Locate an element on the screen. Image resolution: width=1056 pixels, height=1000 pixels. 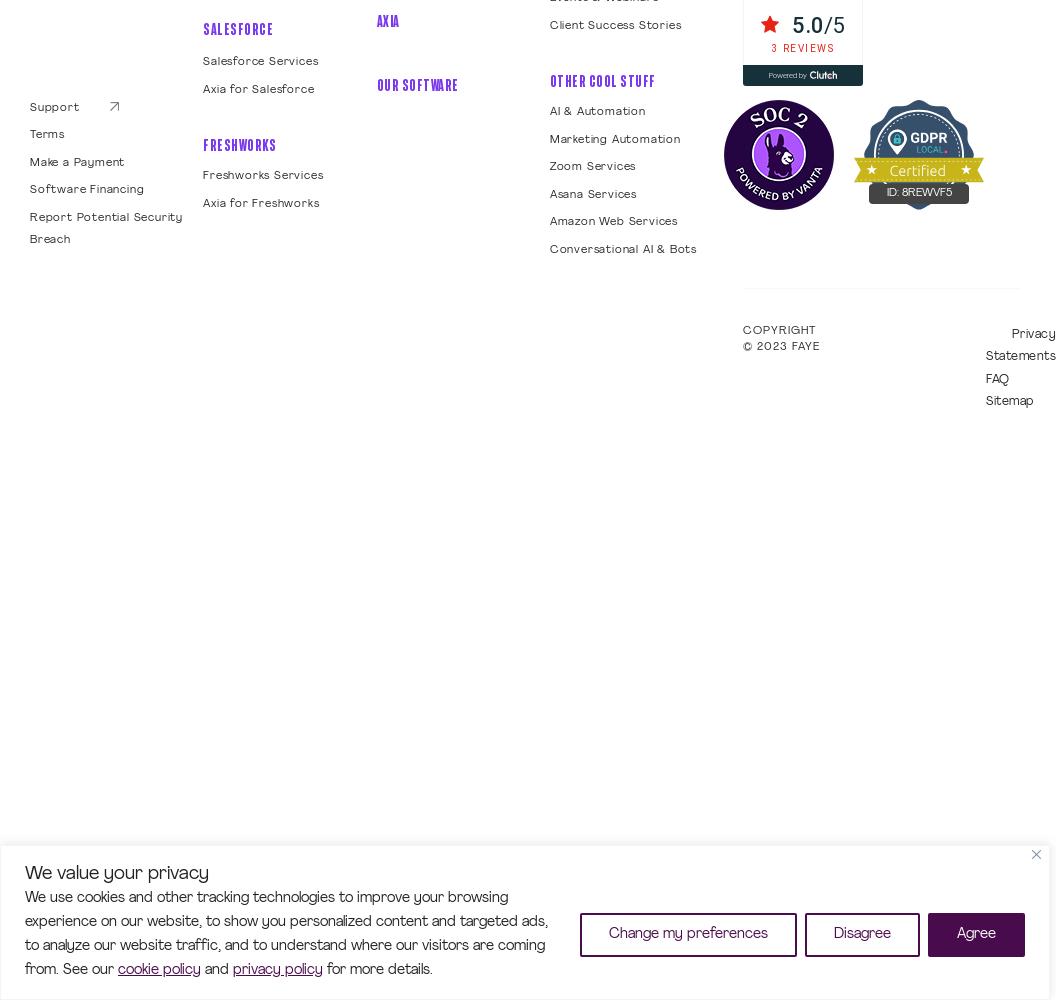
'Zoom Services' is located at coordinates (592, 167).